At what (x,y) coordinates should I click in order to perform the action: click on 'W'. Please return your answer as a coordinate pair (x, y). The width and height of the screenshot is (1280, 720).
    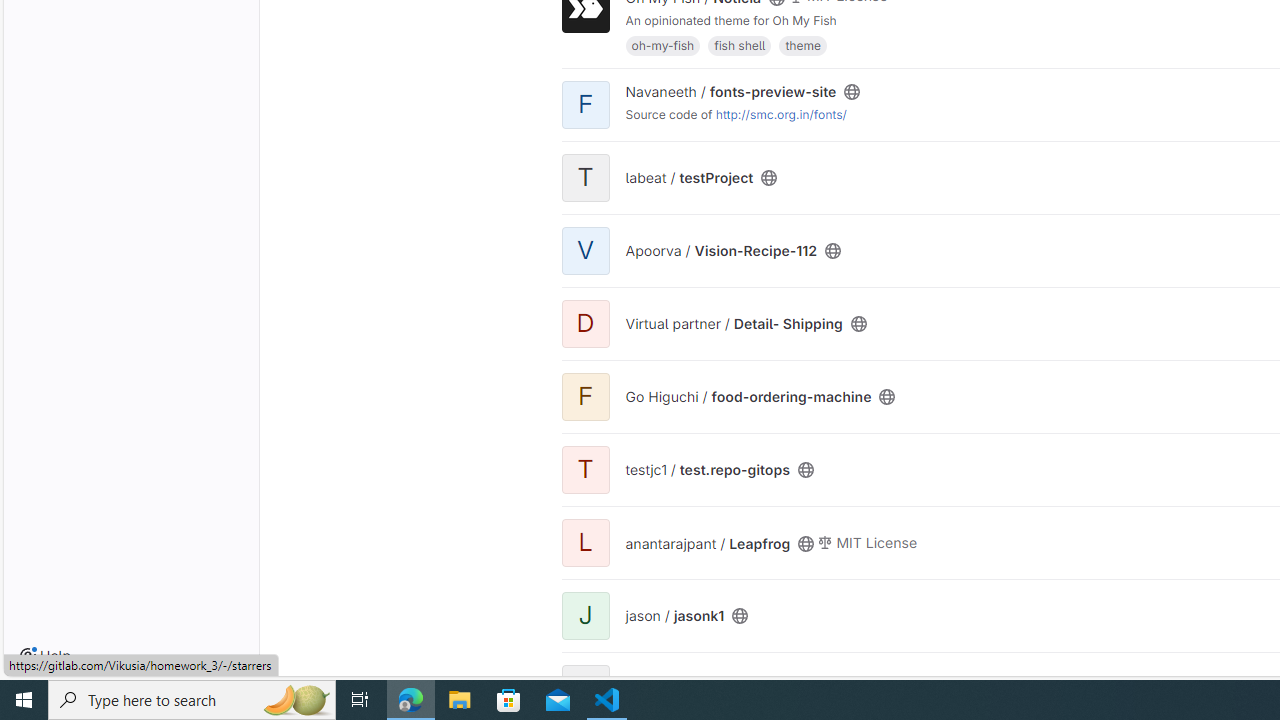
    Looking at the image, I should click on (584, 687).